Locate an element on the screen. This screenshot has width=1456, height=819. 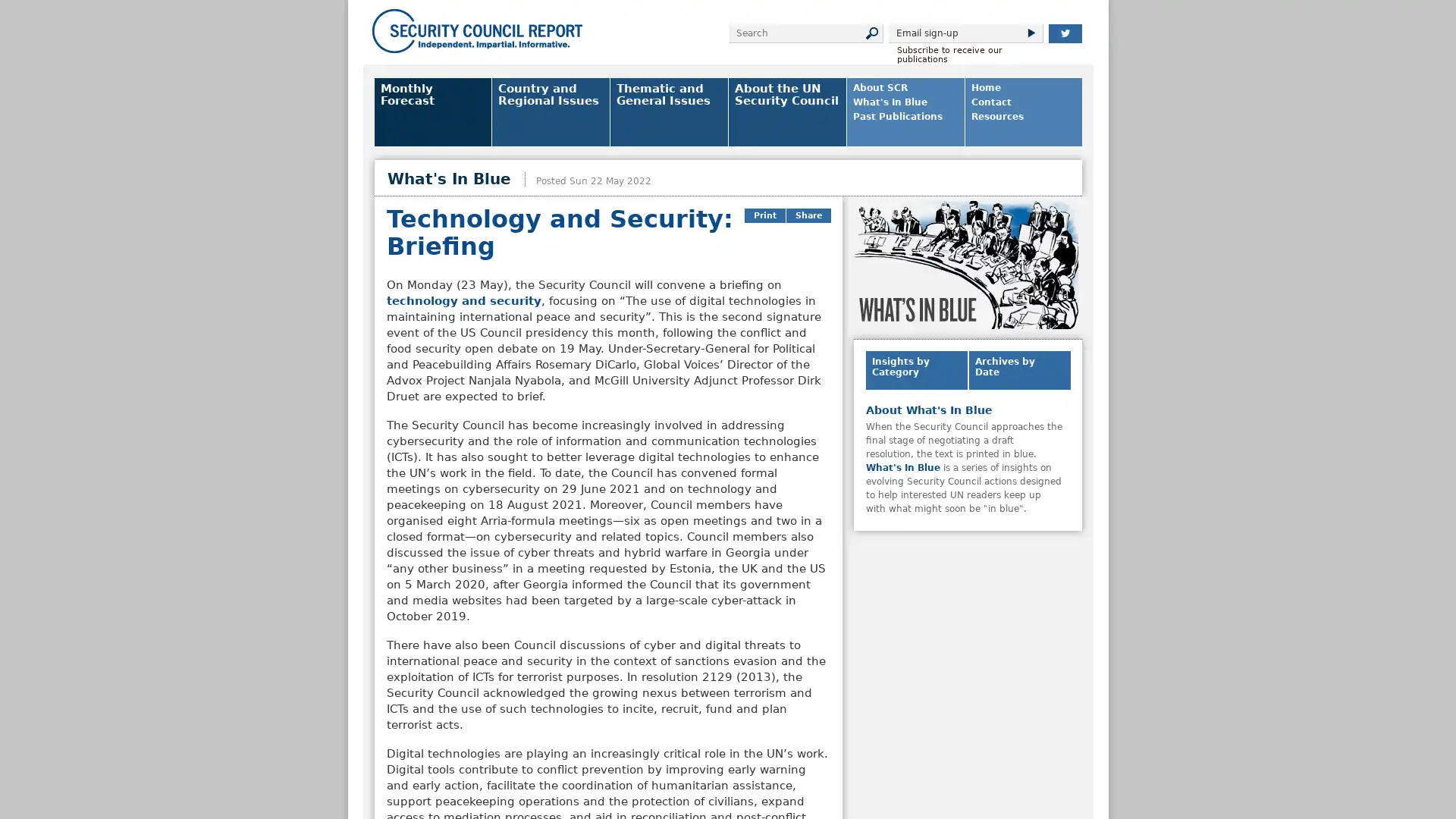
Submit is located at coordinates (871, 33).